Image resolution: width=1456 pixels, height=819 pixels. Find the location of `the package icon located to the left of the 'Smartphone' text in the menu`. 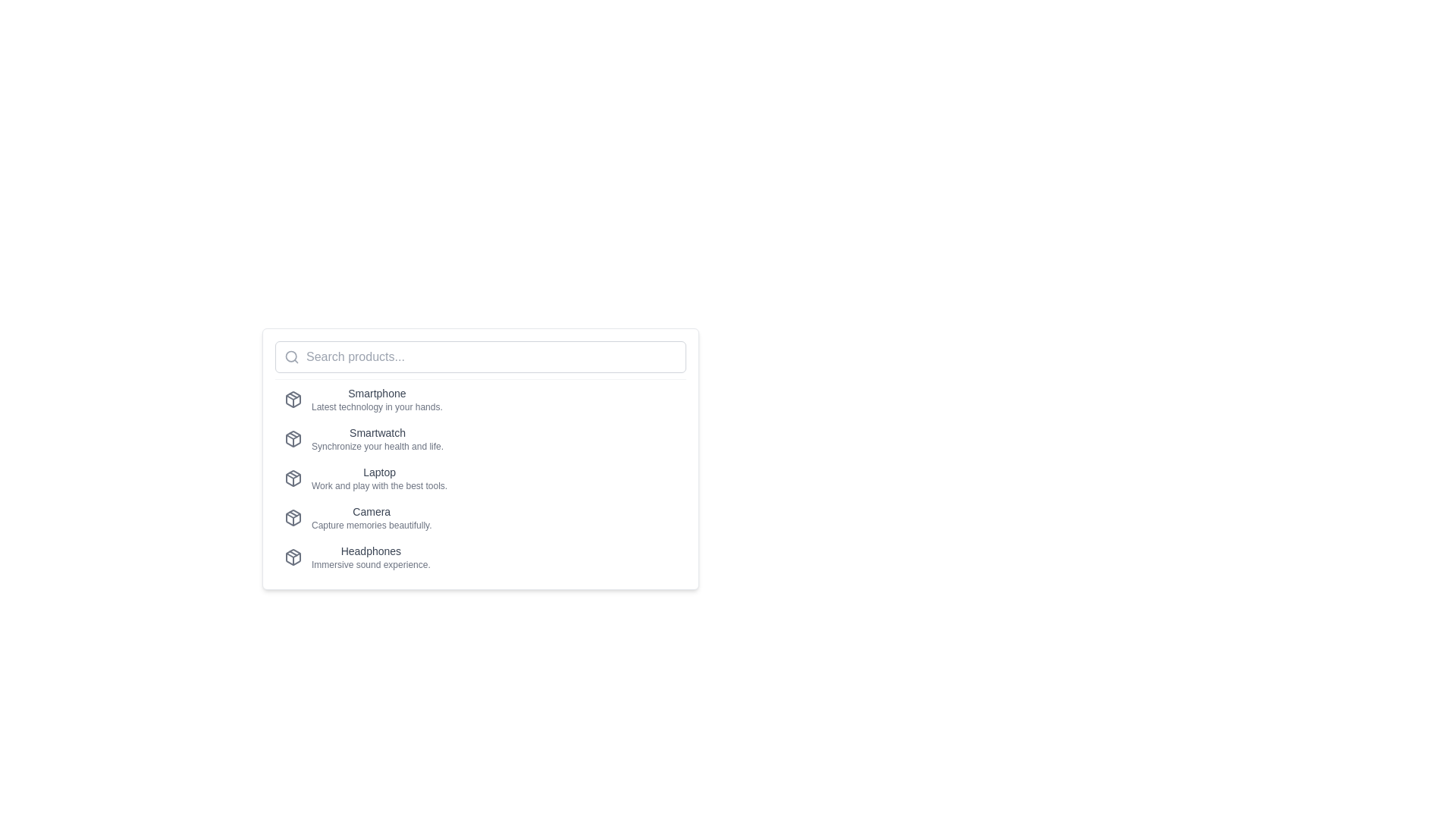

the package icon located to the left of the 'Smartphone' text in the menu is located at coordinates (293, 399).